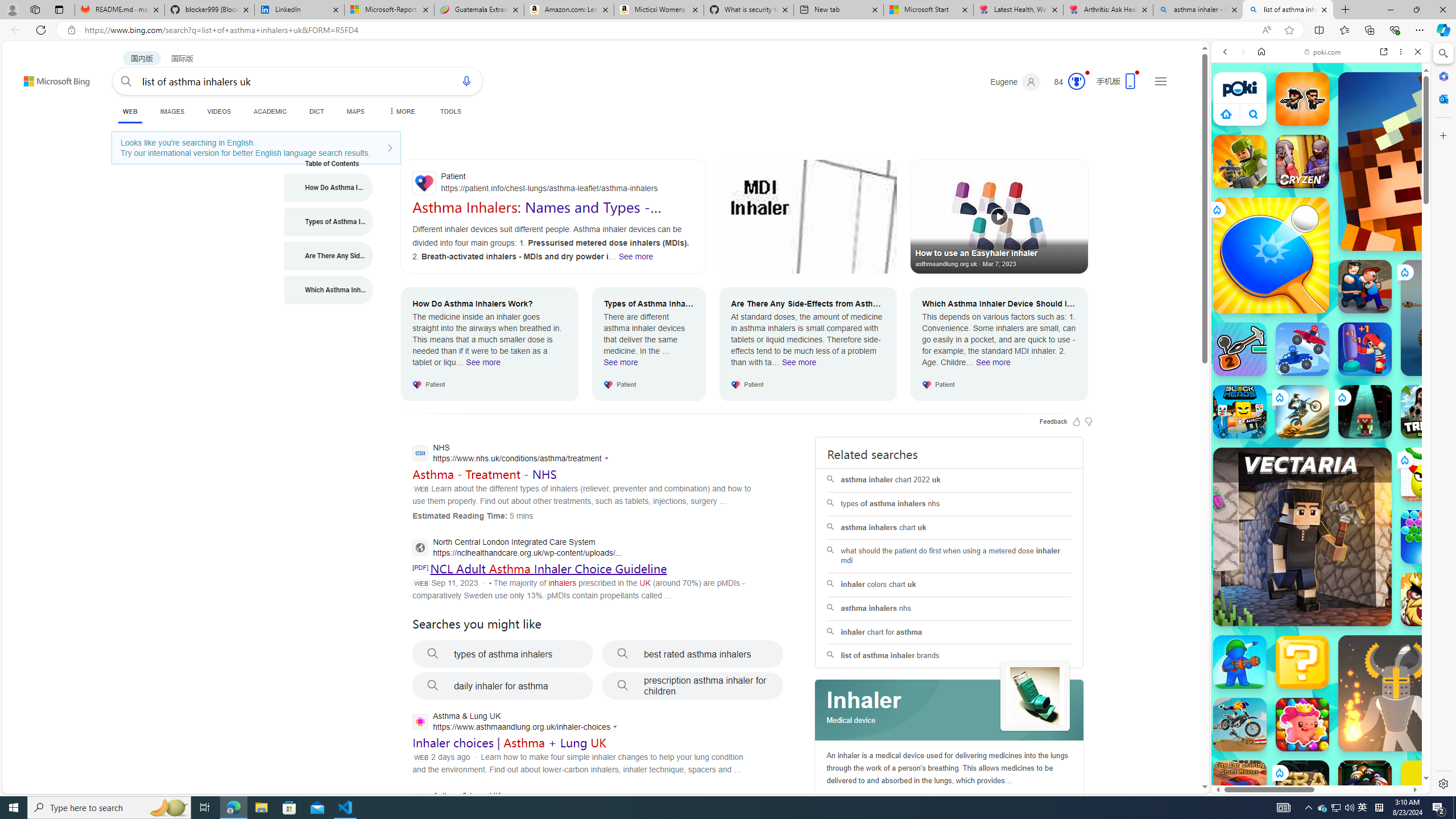  I want to click on 'Hills of Steel', so click(1264, 580).